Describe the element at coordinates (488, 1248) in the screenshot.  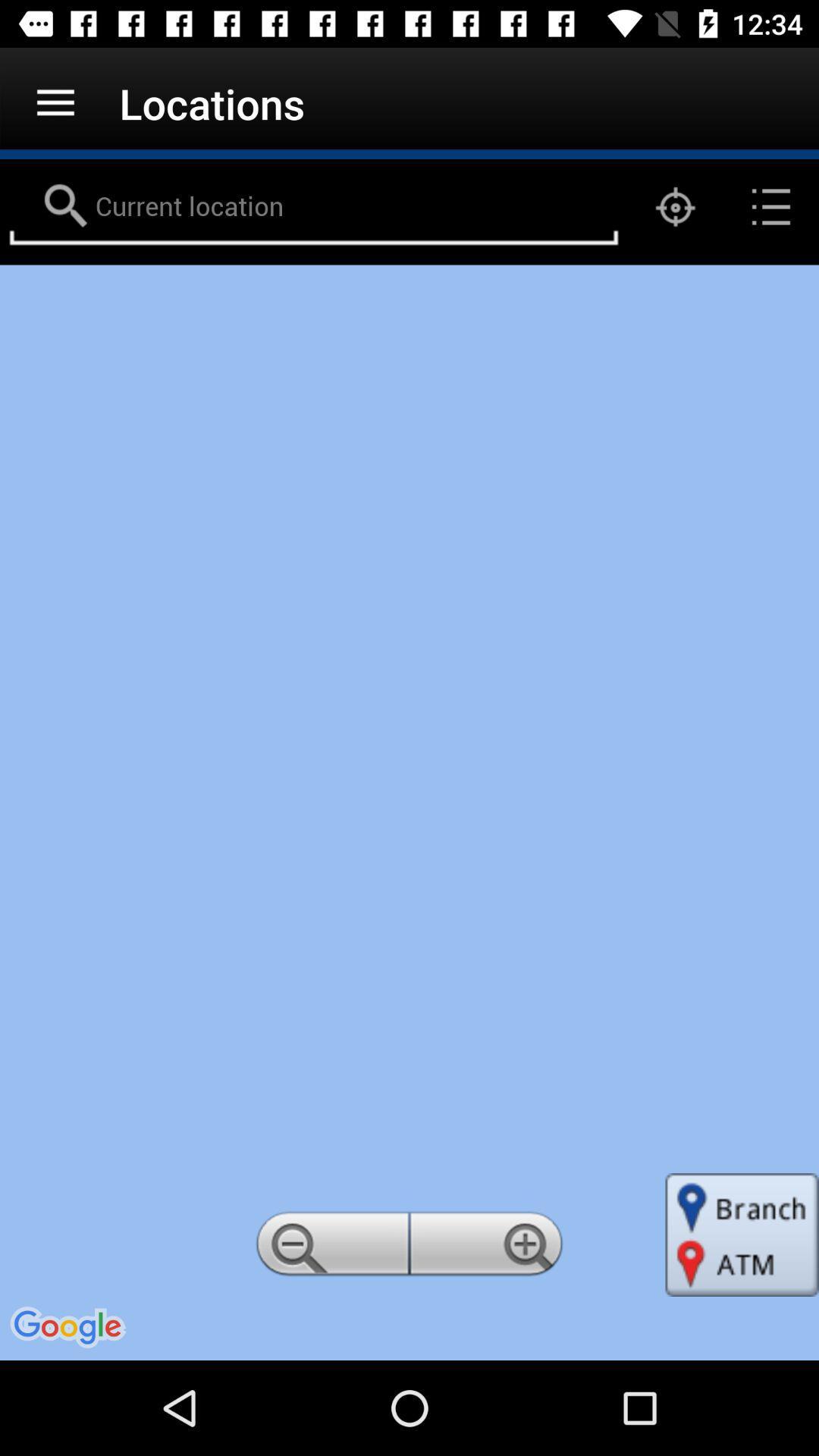
I see `zoom` at that location.